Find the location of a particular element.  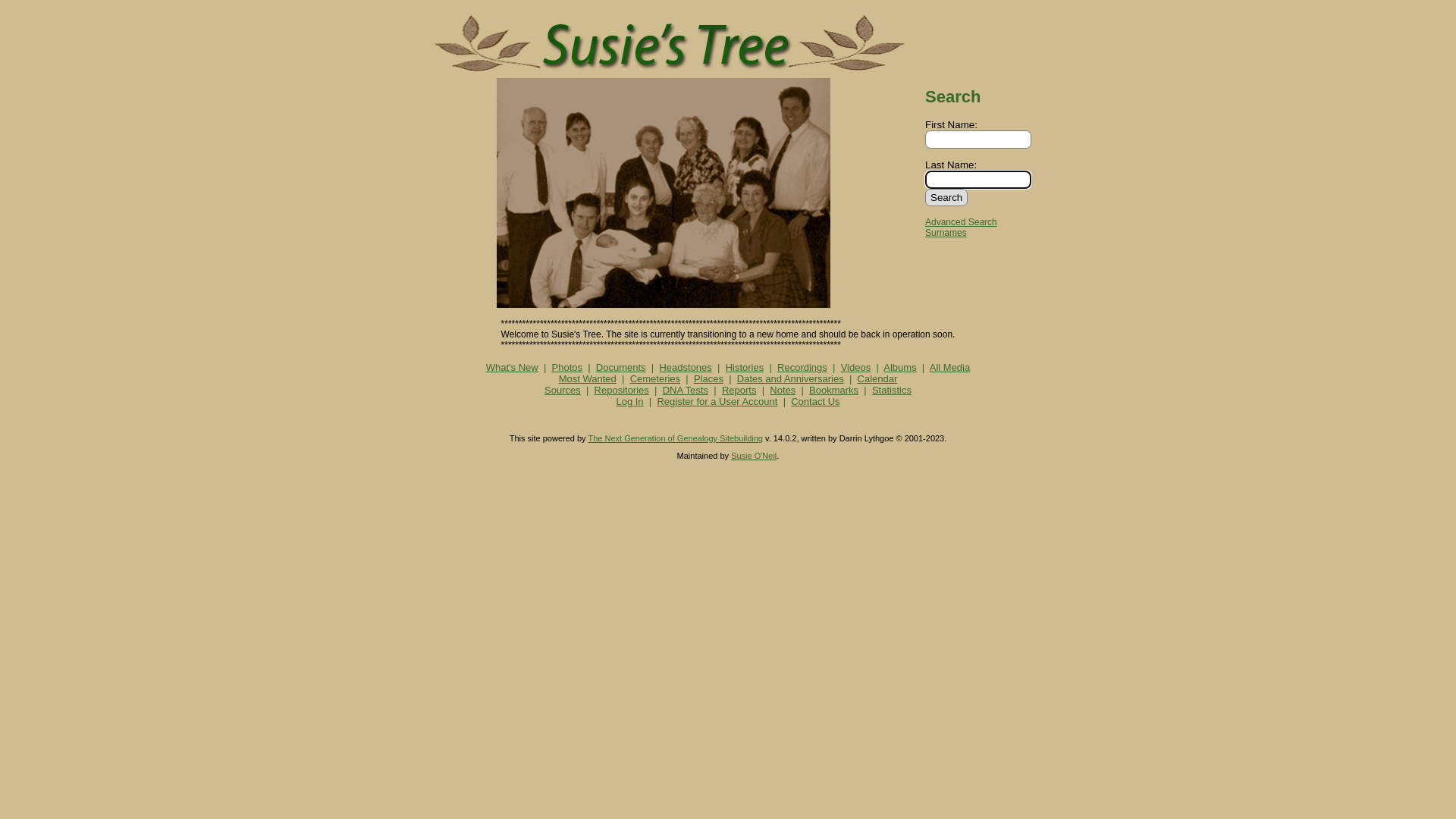

'Places' is located at coordinates (693, 378).